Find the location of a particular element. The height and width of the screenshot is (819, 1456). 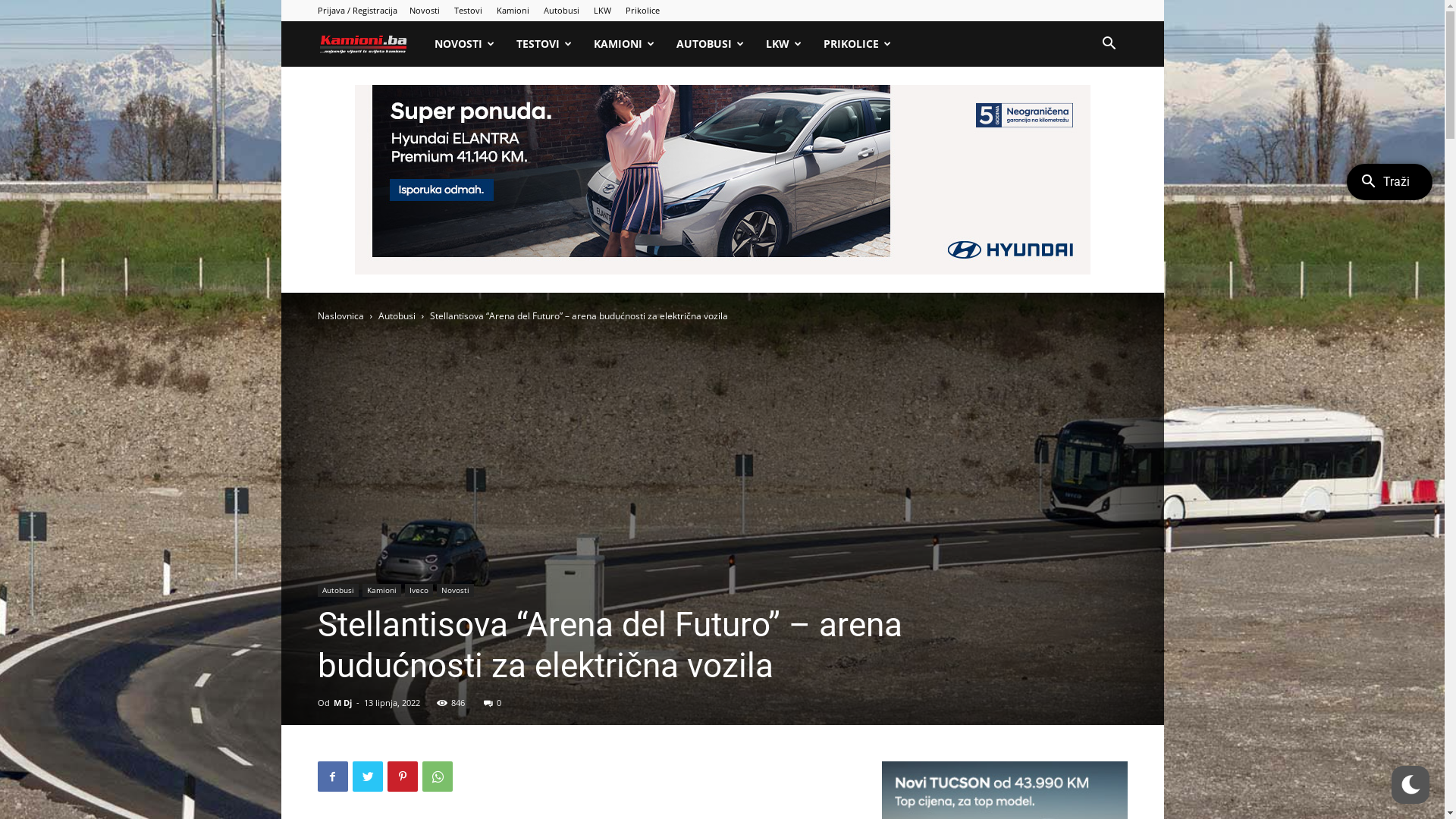

'Novosti' is located at coordinates (425, 10).